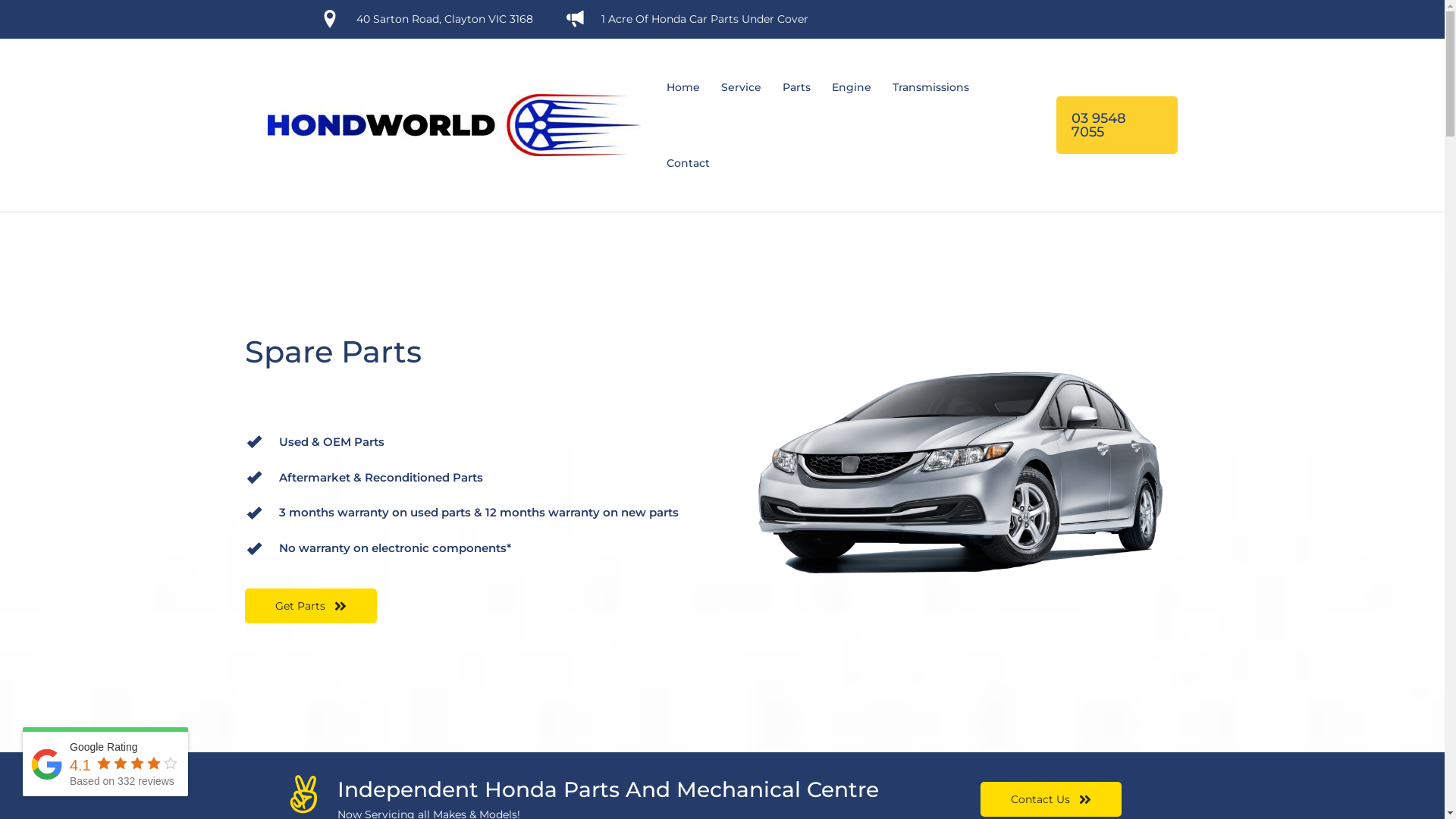 The height and width of the screenshot is (819, 1456). Describe the element at coordinates (851, 87) in the screenshot. I see `'Engine'` at that location.